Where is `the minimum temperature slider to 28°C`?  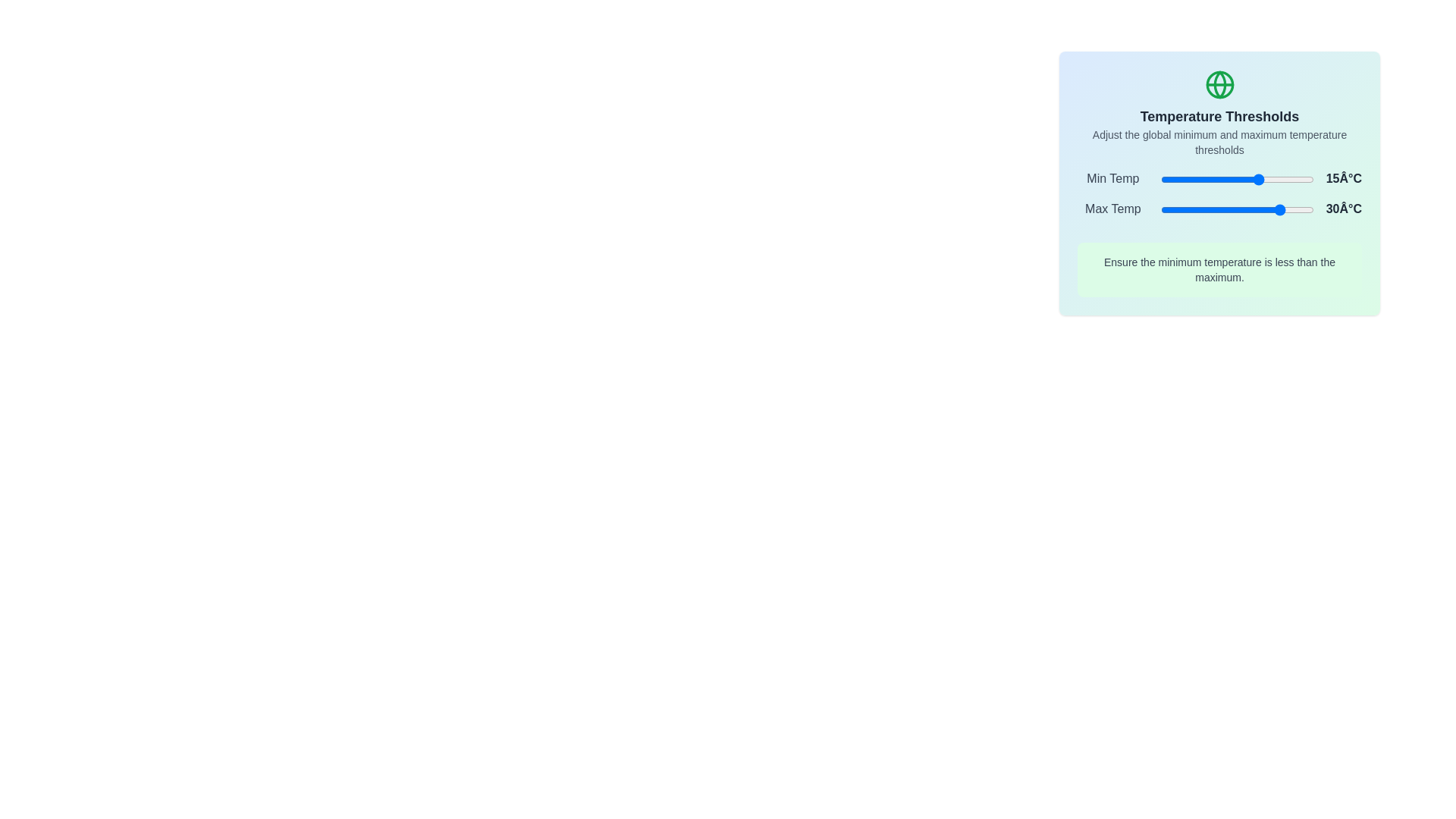 the minimum temperature slider to 28°C is located at coordinates (1279, 178).